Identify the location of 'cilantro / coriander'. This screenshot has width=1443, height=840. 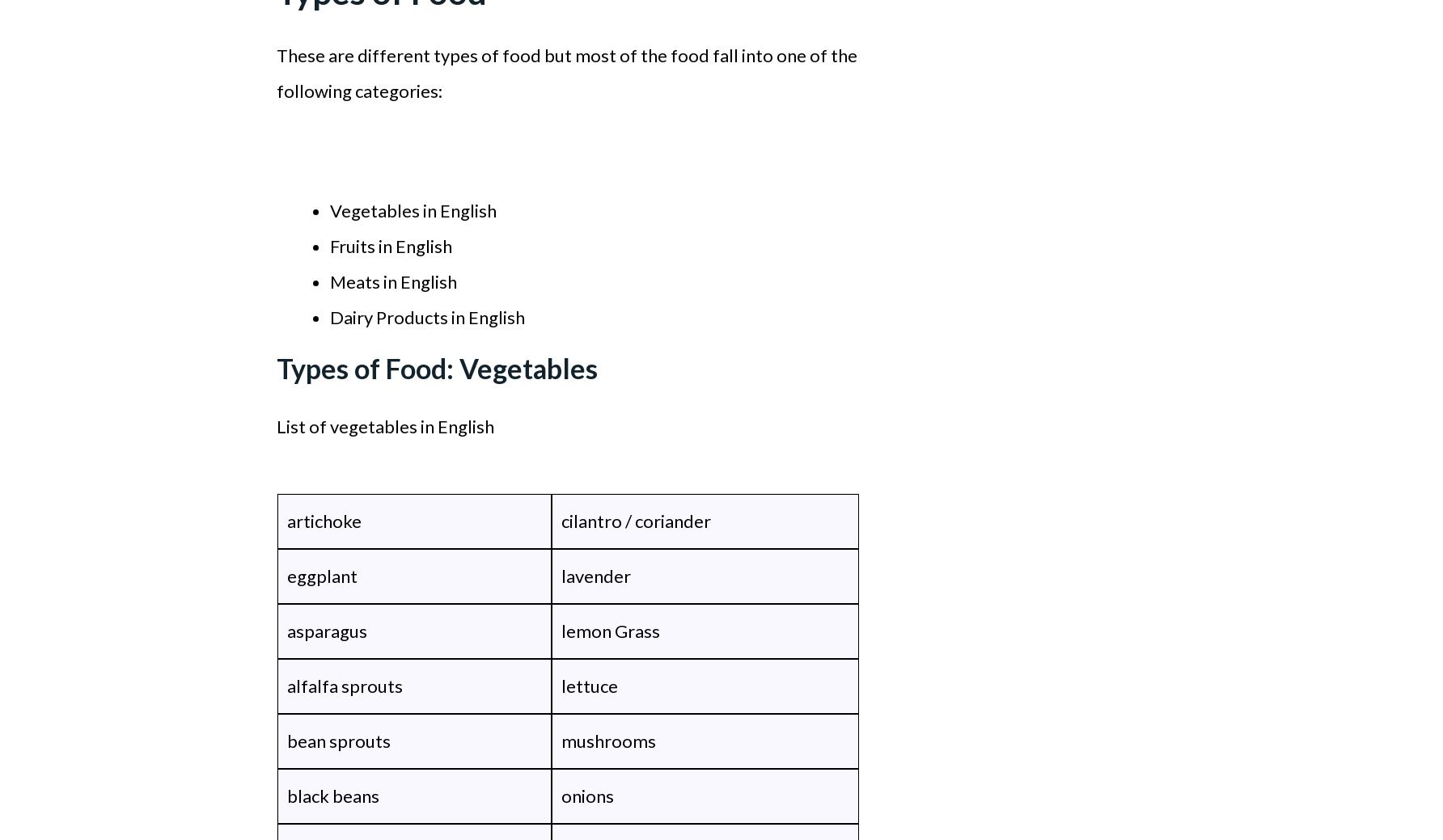
(634, 521).